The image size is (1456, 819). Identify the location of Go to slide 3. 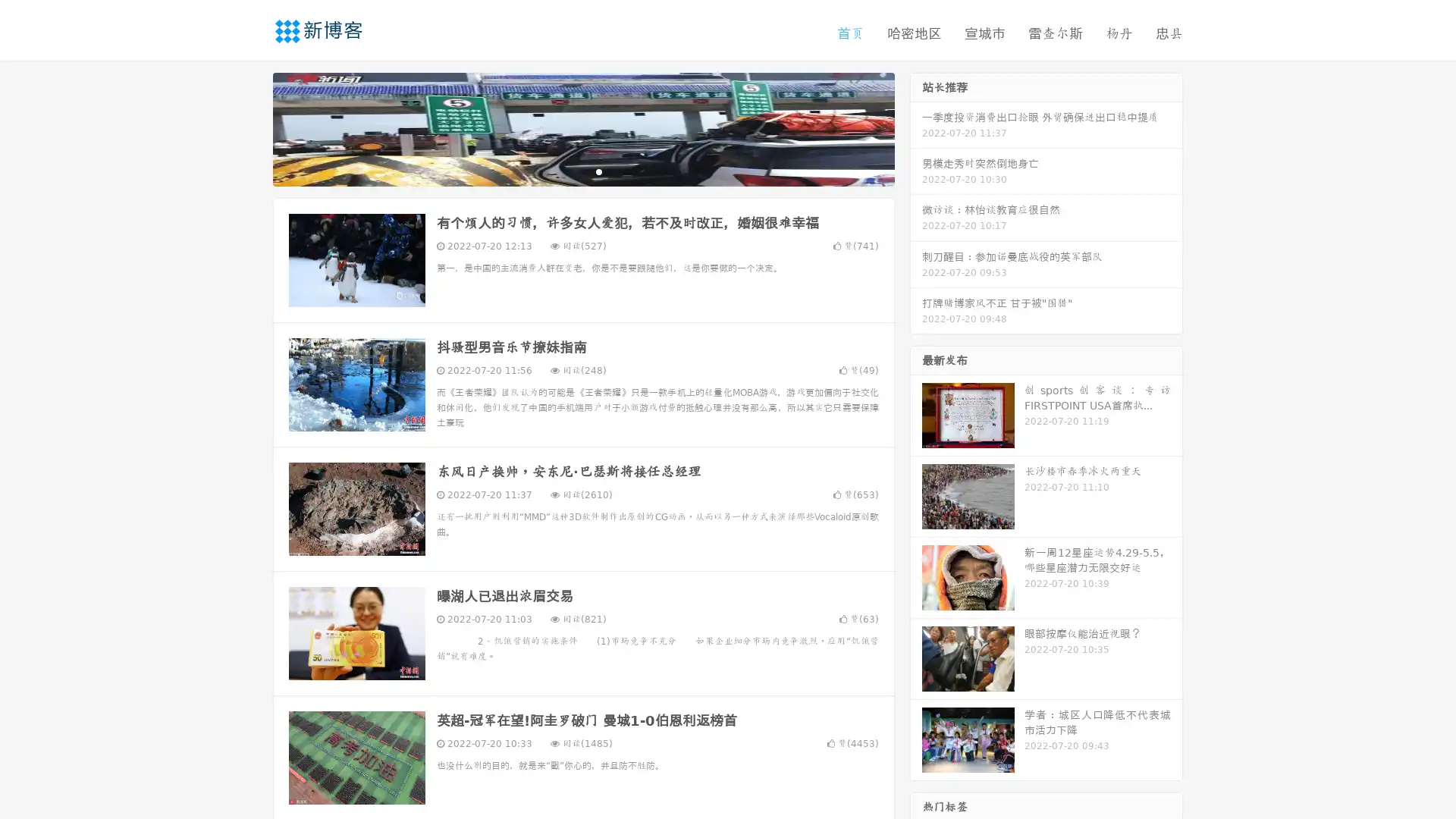
(598, 171).